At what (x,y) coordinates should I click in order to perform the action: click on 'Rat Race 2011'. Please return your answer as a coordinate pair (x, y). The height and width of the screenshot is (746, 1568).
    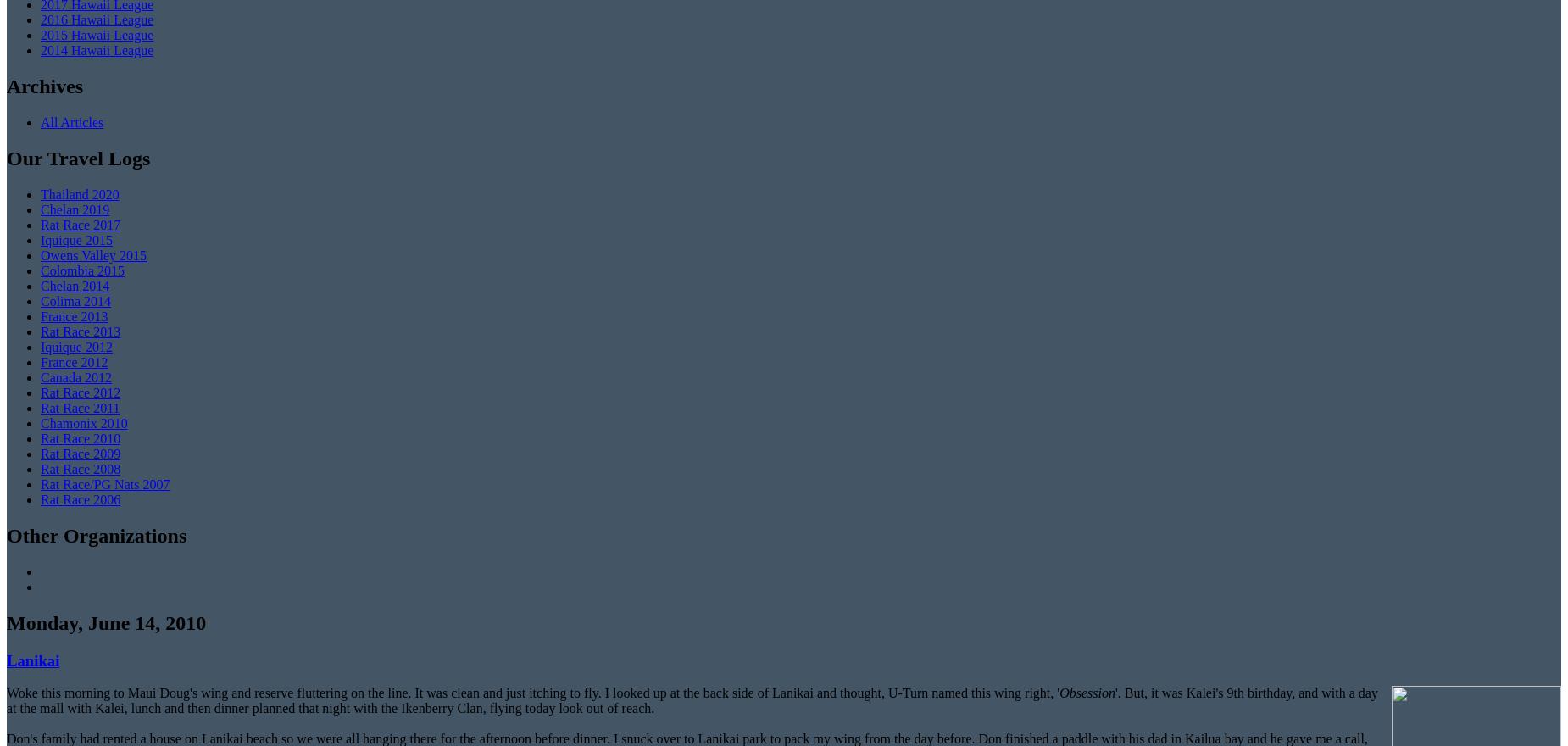
    Looking at the image, I should click on (79, 408).